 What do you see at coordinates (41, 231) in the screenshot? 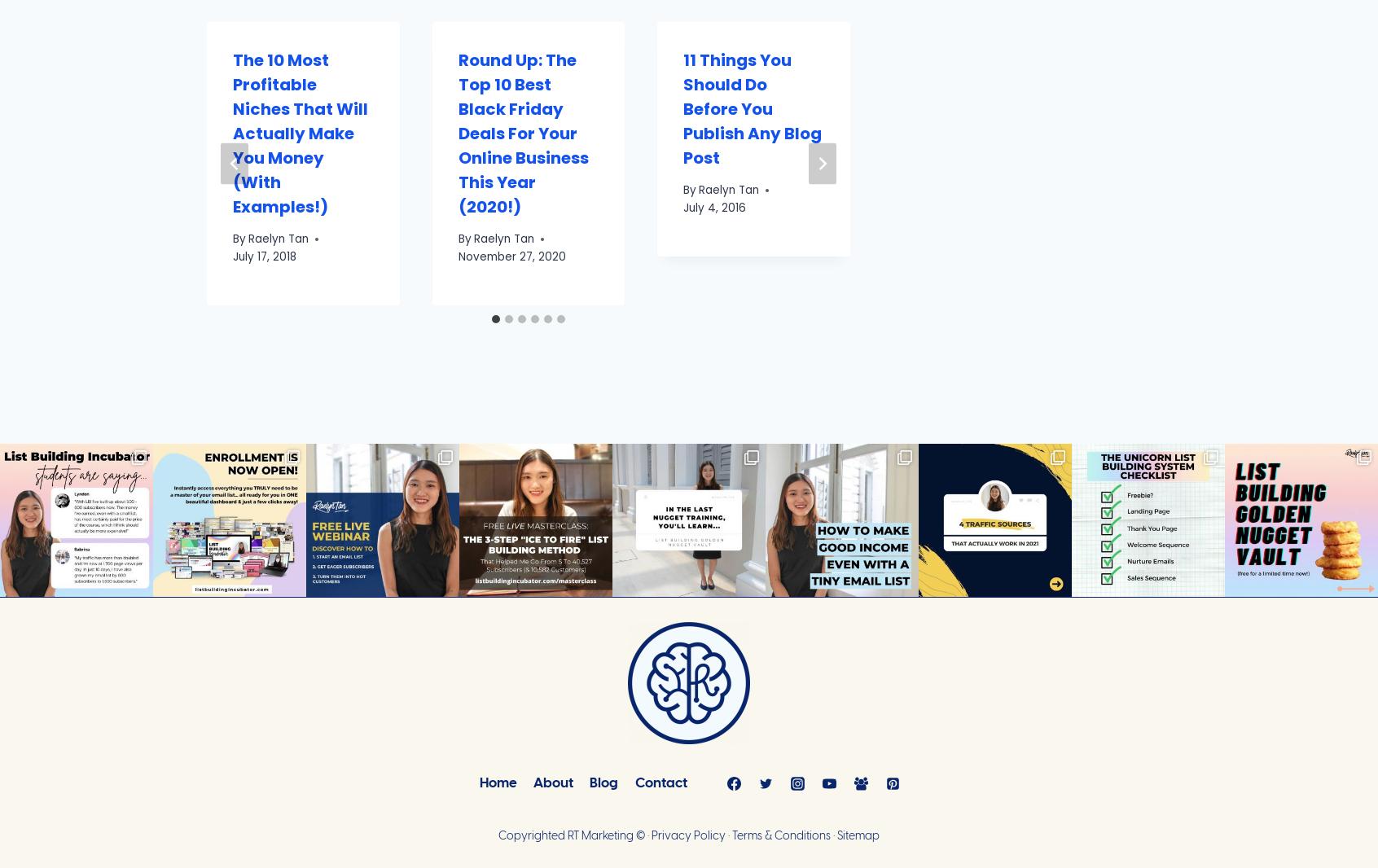
I see `'June 14, 2017'` at bounding box center [41, 231].